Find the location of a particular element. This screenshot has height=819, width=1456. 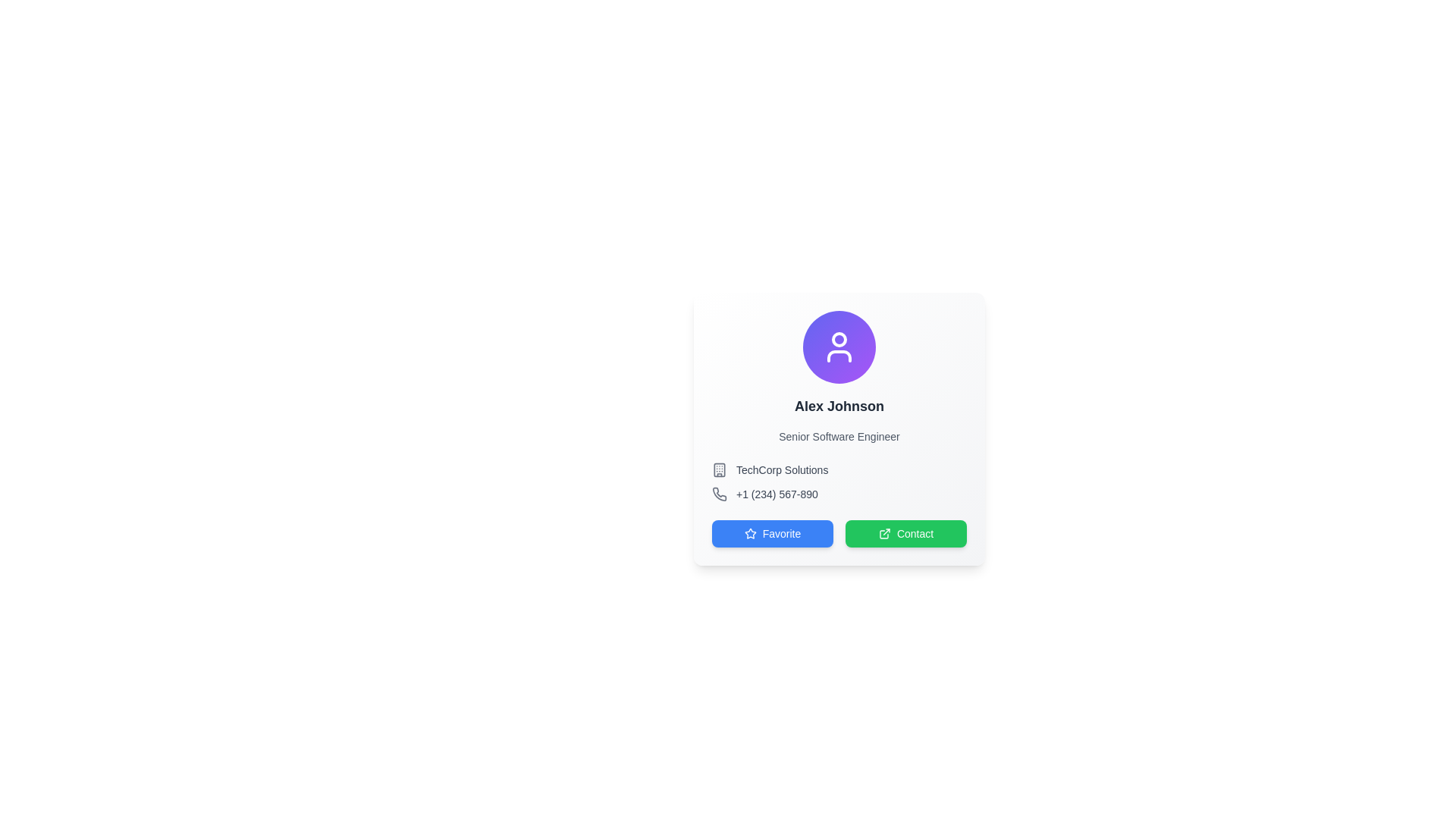

the user profile SVG image located at the top-center of the personal information card, which visually represents the user's identity is located at coordinates (839, 347).